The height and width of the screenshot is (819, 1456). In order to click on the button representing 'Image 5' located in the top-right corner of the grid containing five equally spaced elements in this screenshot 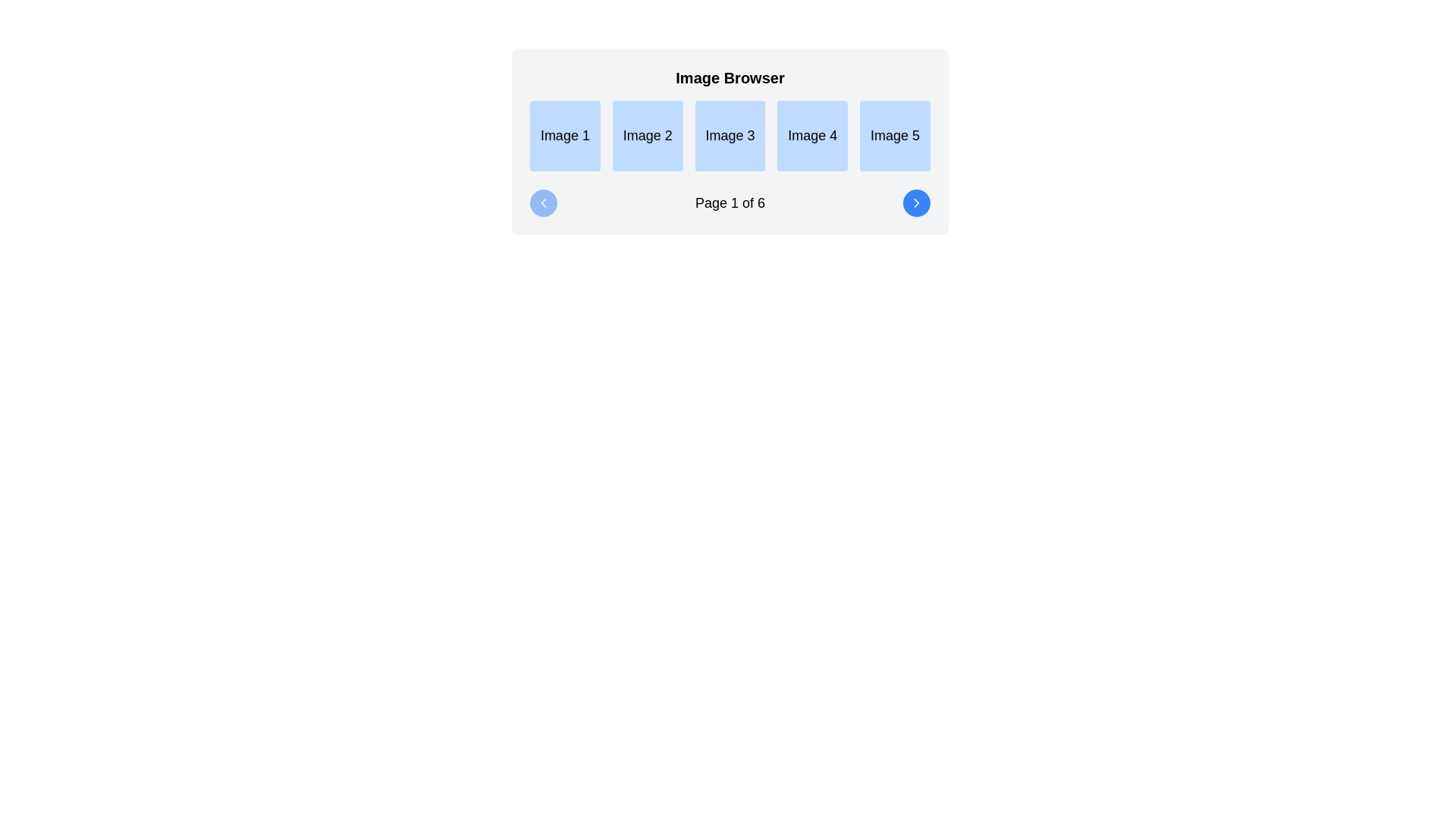, I will do `click(895, 135)`.